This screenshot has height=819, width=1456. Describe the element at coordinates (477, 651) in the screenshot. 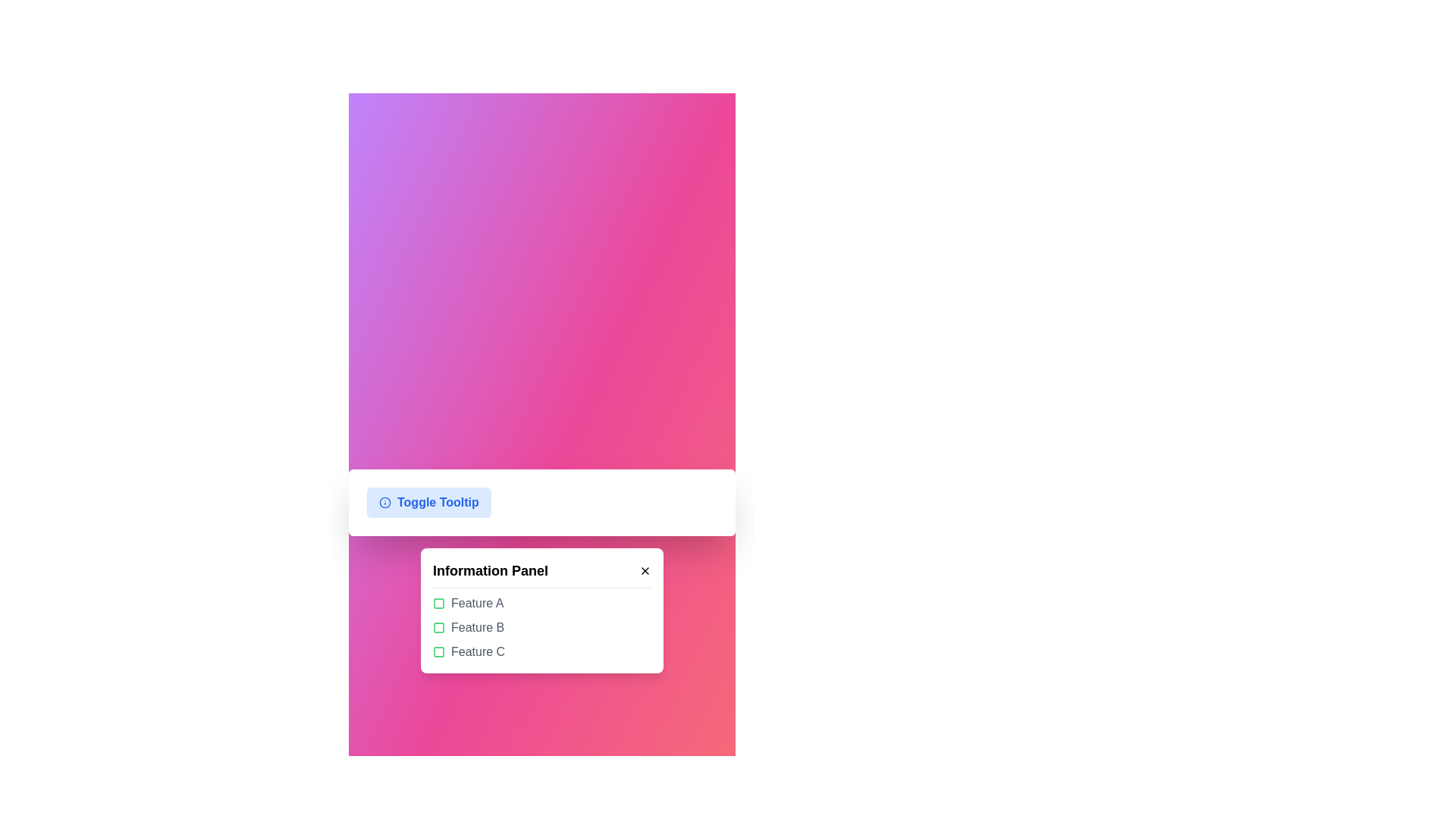

I see `the text label indicating 'Feature C' located in the Information Panel, which is the third item in the vertical list of features` at that location.